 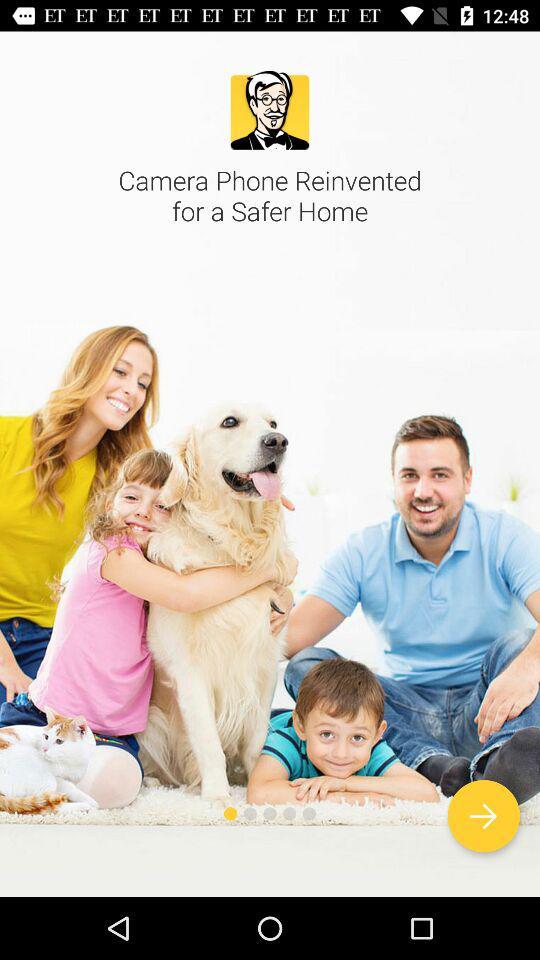 I want to click on the item below camera phone reinvented icon, so click(x=482, y=816).